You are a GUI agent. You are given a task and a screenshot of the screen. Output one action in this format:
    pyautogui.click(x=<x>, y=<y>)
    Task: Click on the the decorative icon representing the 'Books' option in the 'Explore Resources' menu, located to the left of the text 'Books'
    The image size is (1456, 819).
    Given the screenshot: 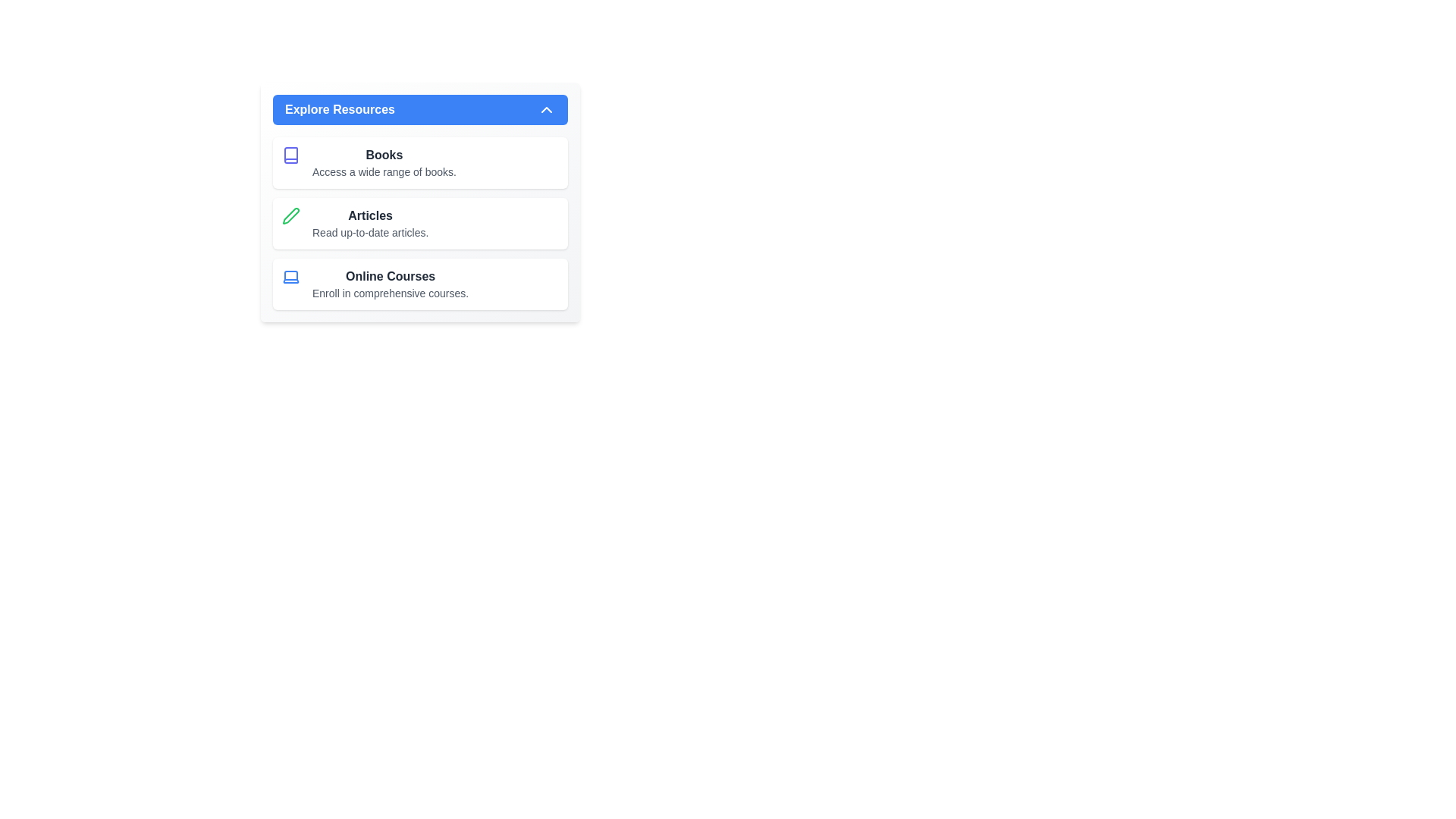 What is the action you would take?
    pyautogui.click(x=291, y=155)
    